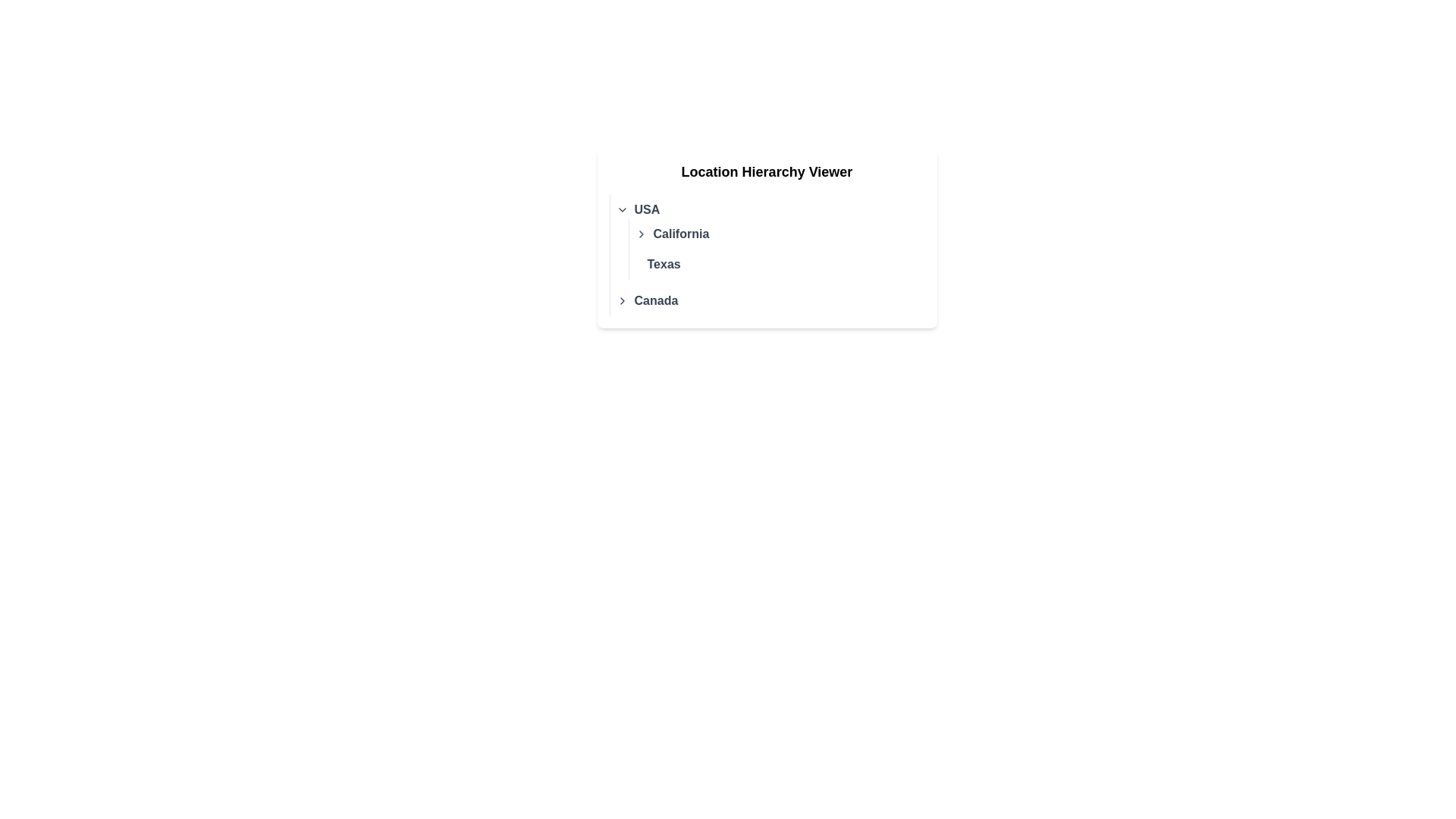  Describe the element at coordinates (641, 234) in the screenshot. I see `the interactive navigation chevron button located to the immediate left of the text 'California' in the hierarchical menu to change its color` at that location.